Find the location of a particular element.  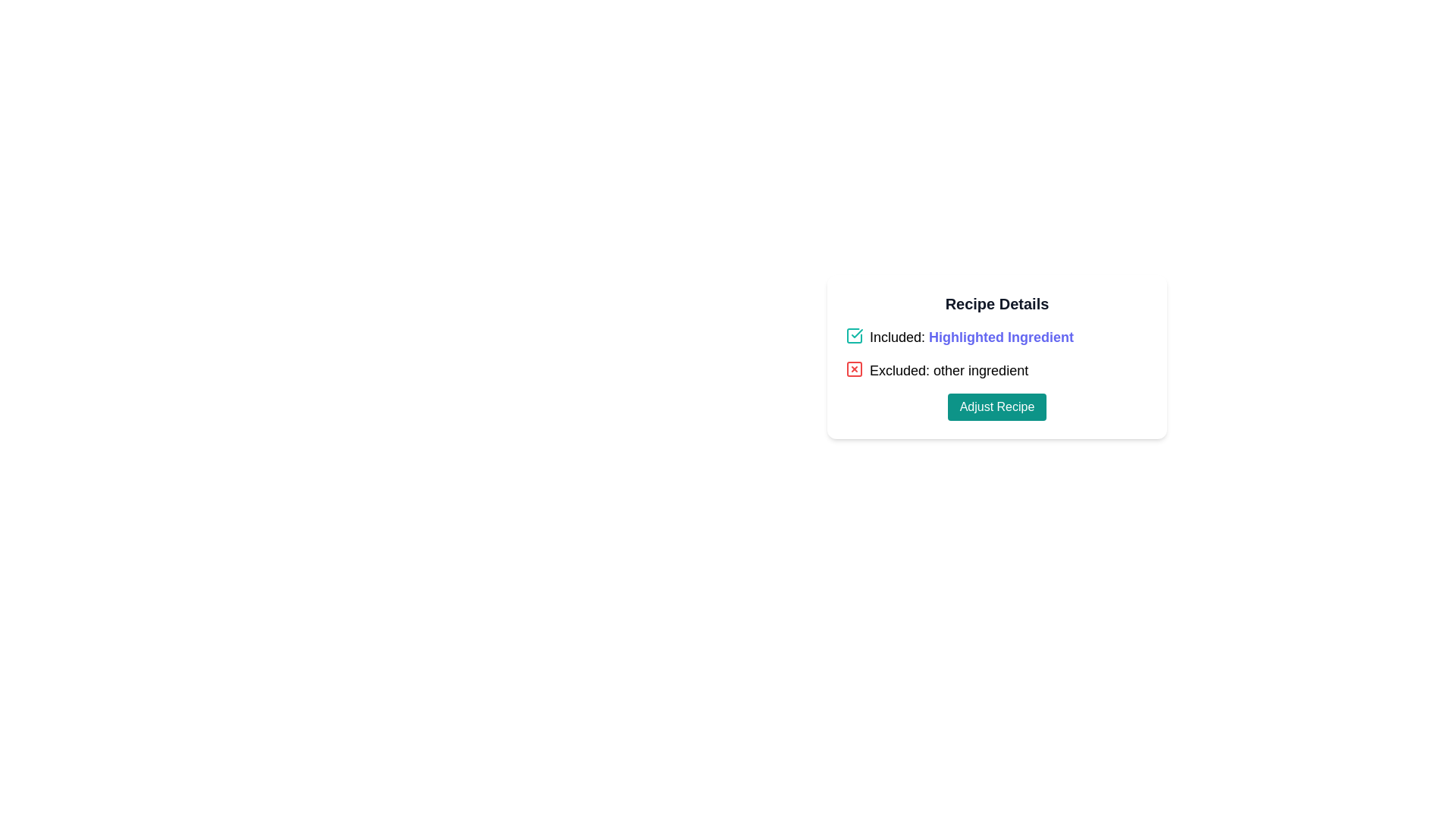

the text label 'Highlighted Ingredient', which is styled in bold blue and follows the label 'Included:' is located at coordinates (997, 336).